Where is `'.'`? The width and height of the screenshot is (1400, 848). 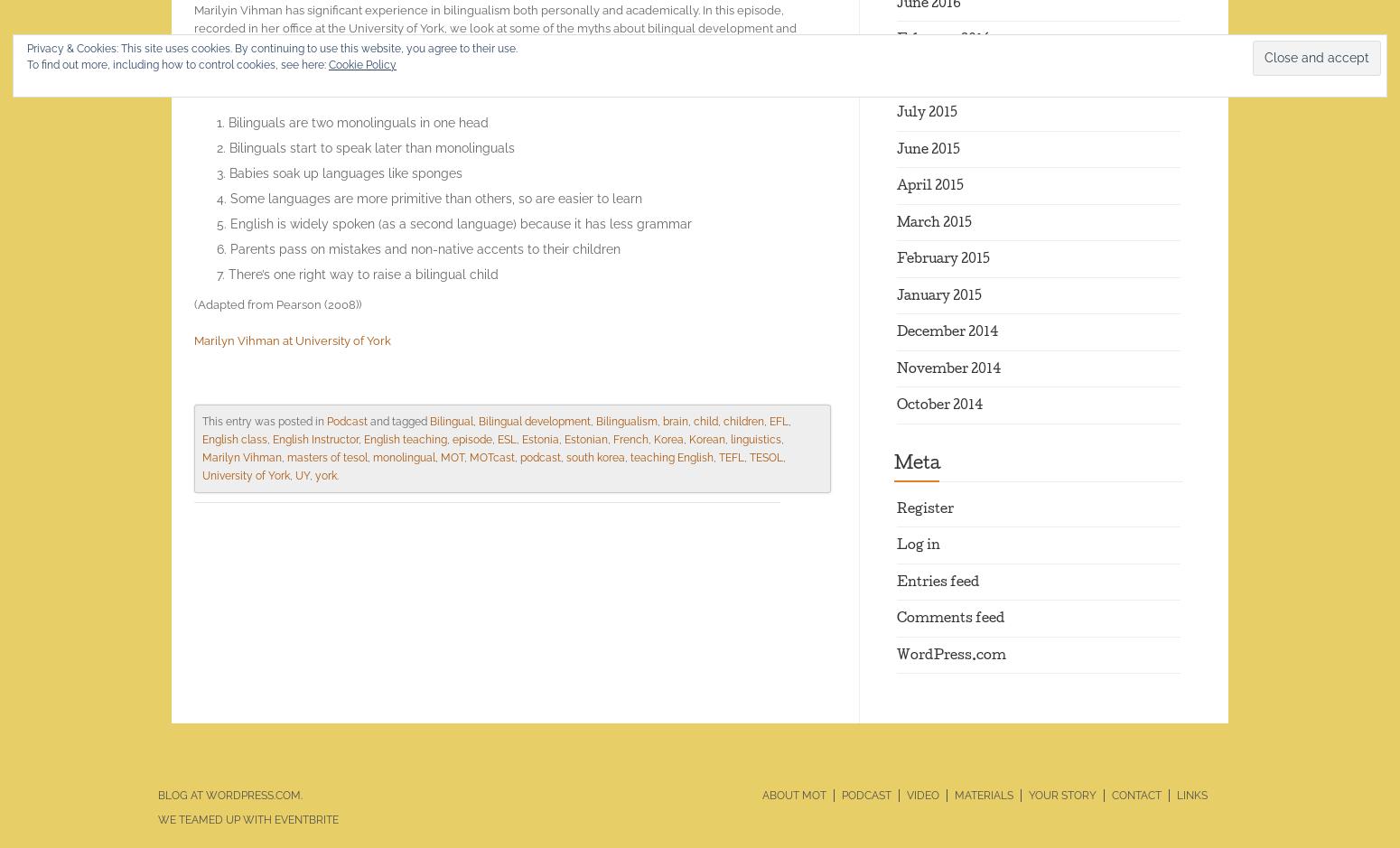 '.' is located at coordinates (335, 475).